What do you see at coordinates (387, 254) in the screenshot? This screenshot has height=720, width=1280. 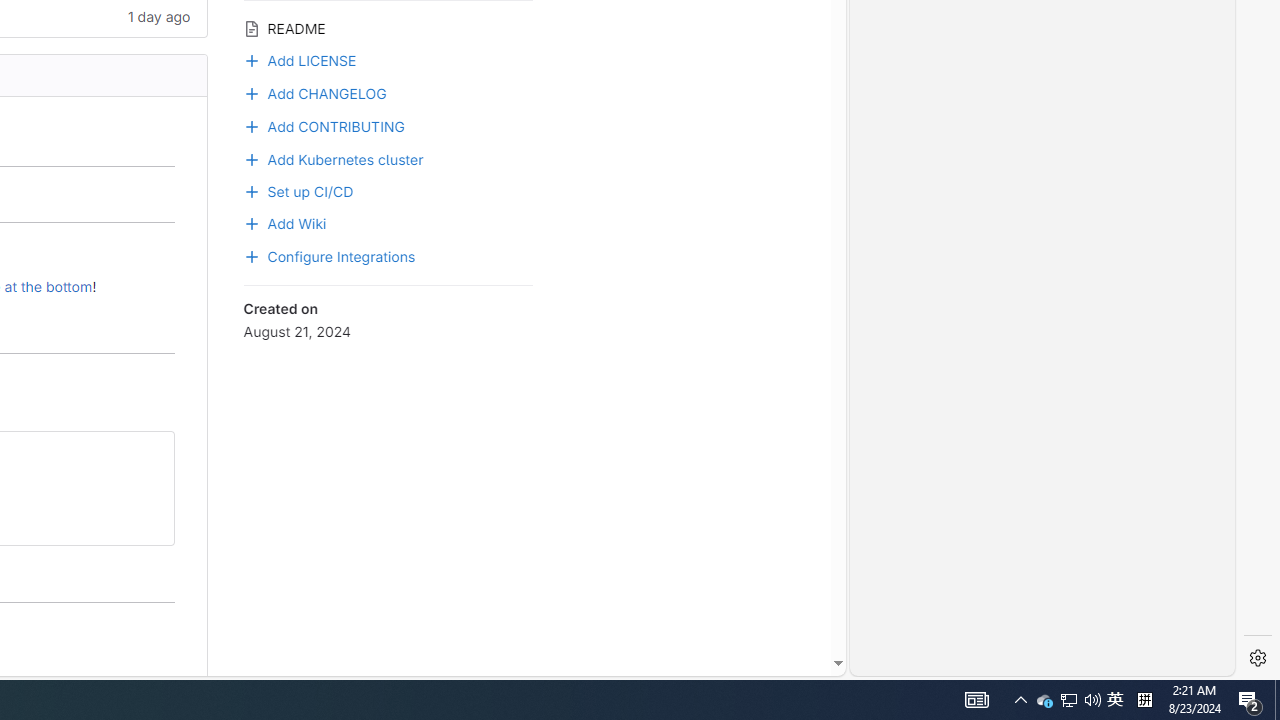 I see `'Configure Integrations'` at bounding box center [387, 254].